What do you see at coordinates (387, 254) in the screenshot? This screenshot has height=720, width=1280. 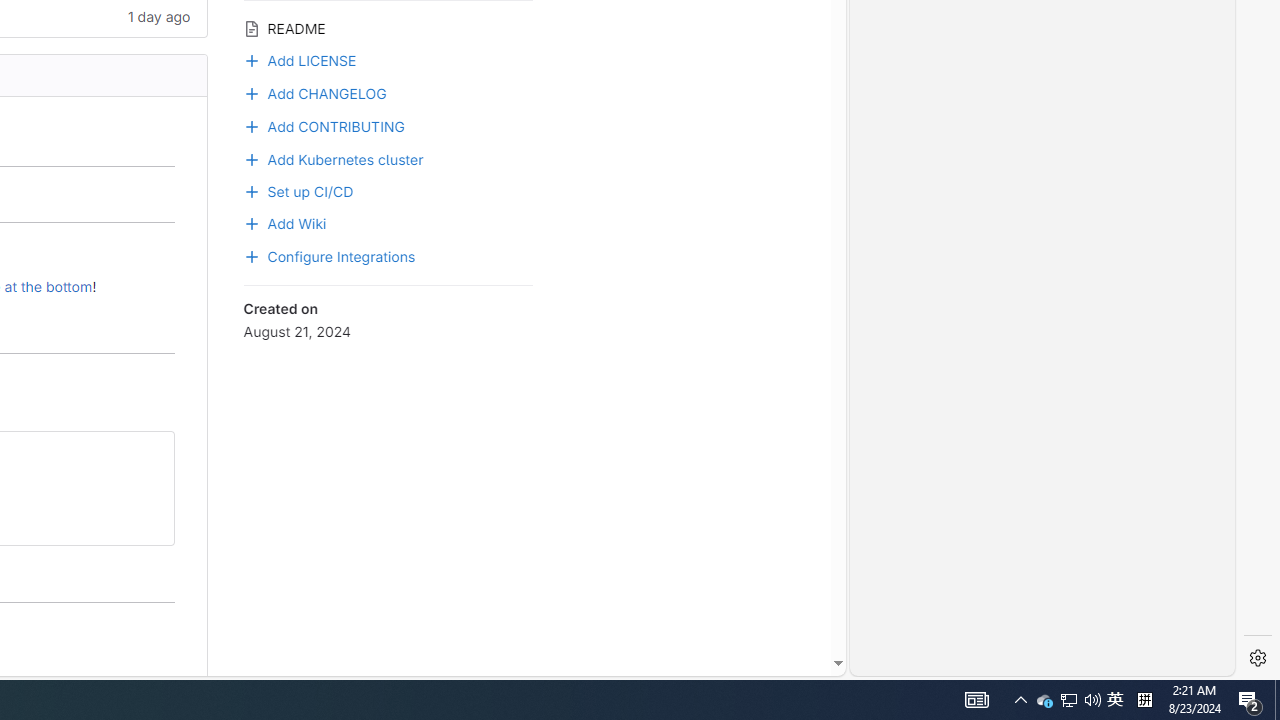 I see `'Configure Integrations'` at bounding box center [387, 254].